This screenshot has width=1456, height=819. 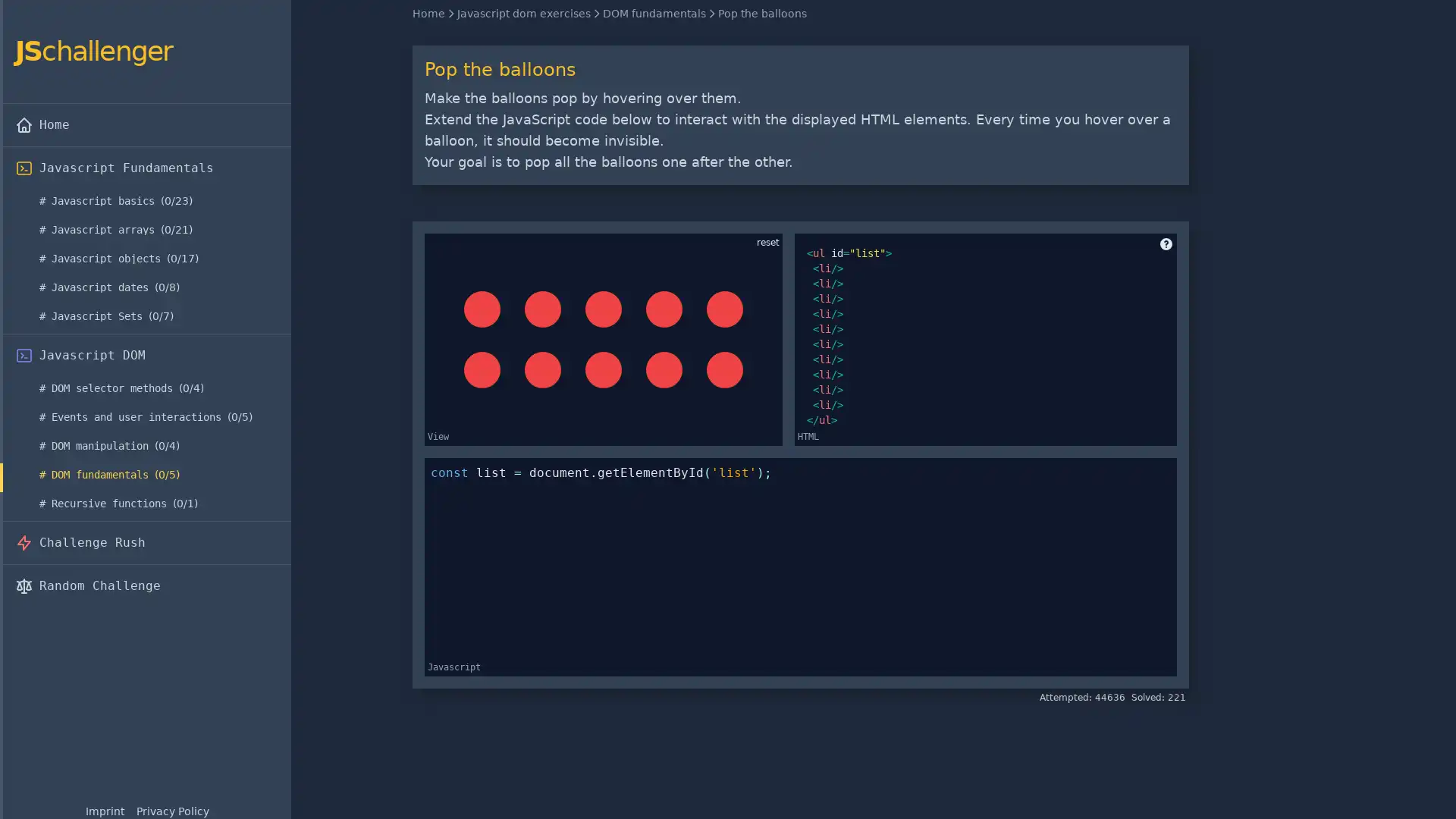 What do you see at coordinates (767, 242) in the screenshot?
I see `reset` at bounding box center [767, 242].